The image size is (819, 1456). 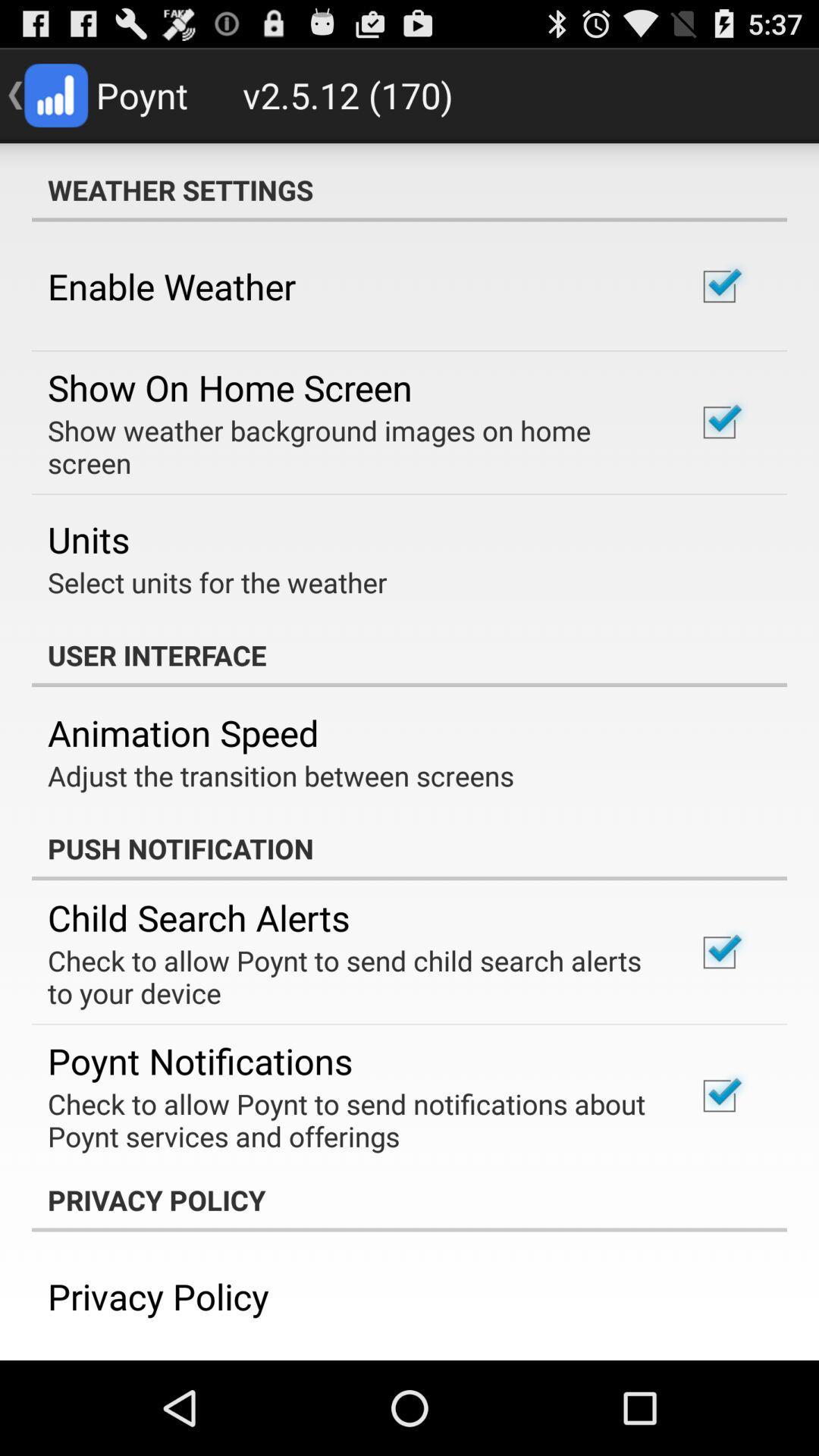 What do you see at coordinates (171, 286) in the screenshot?
I see `the enable weather item` at bounding box center [171, 286].